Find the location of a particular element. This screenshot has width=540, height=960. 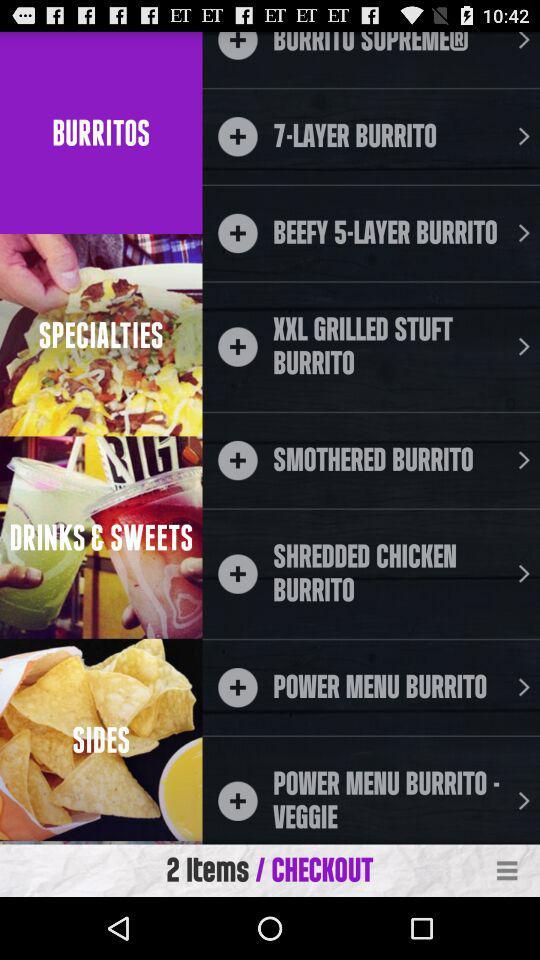

the menu icon is located at coordinates (507, 931).